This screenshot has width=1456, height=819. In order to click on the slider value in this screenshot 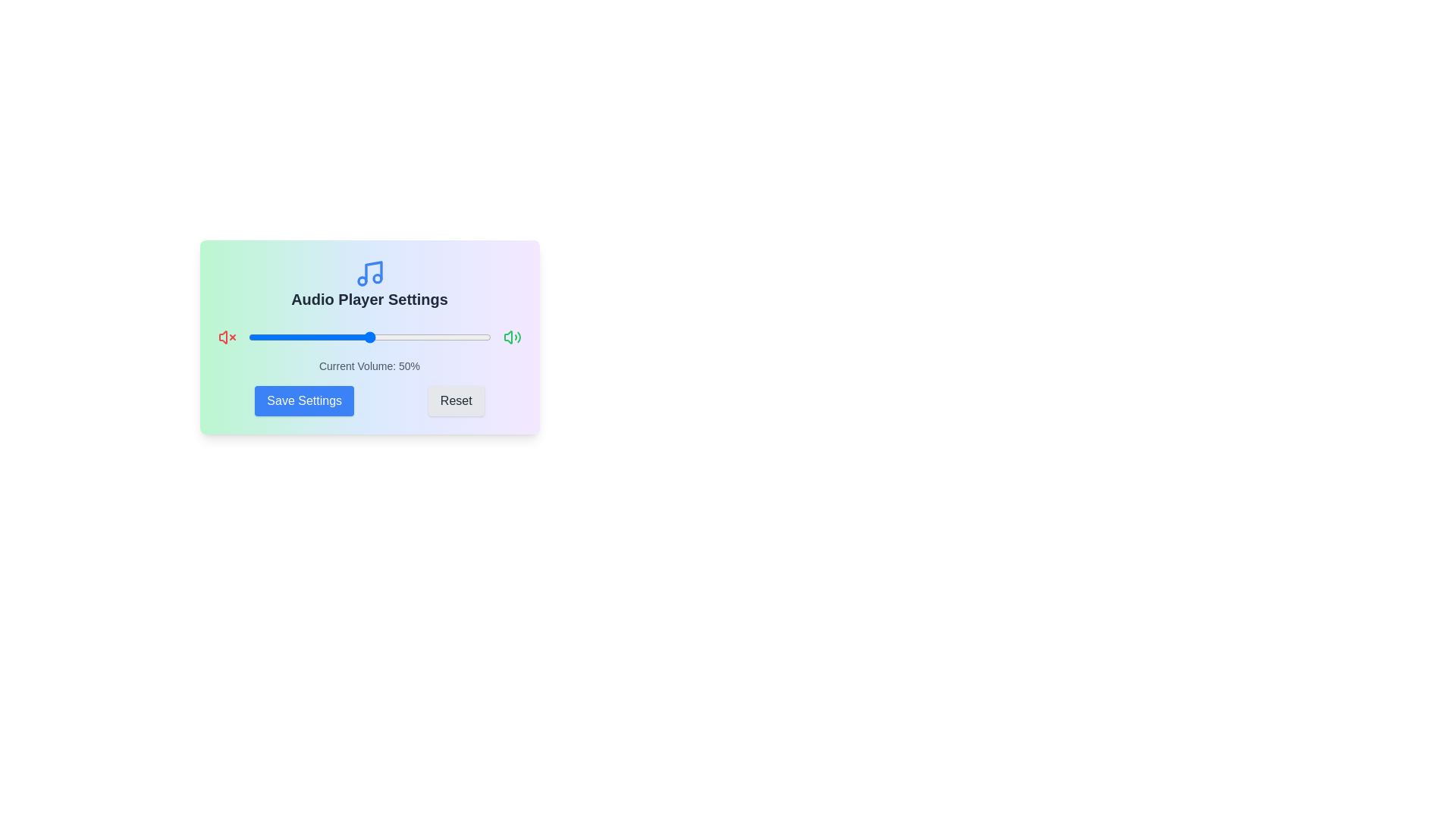, I will do `click(315, 336)`.